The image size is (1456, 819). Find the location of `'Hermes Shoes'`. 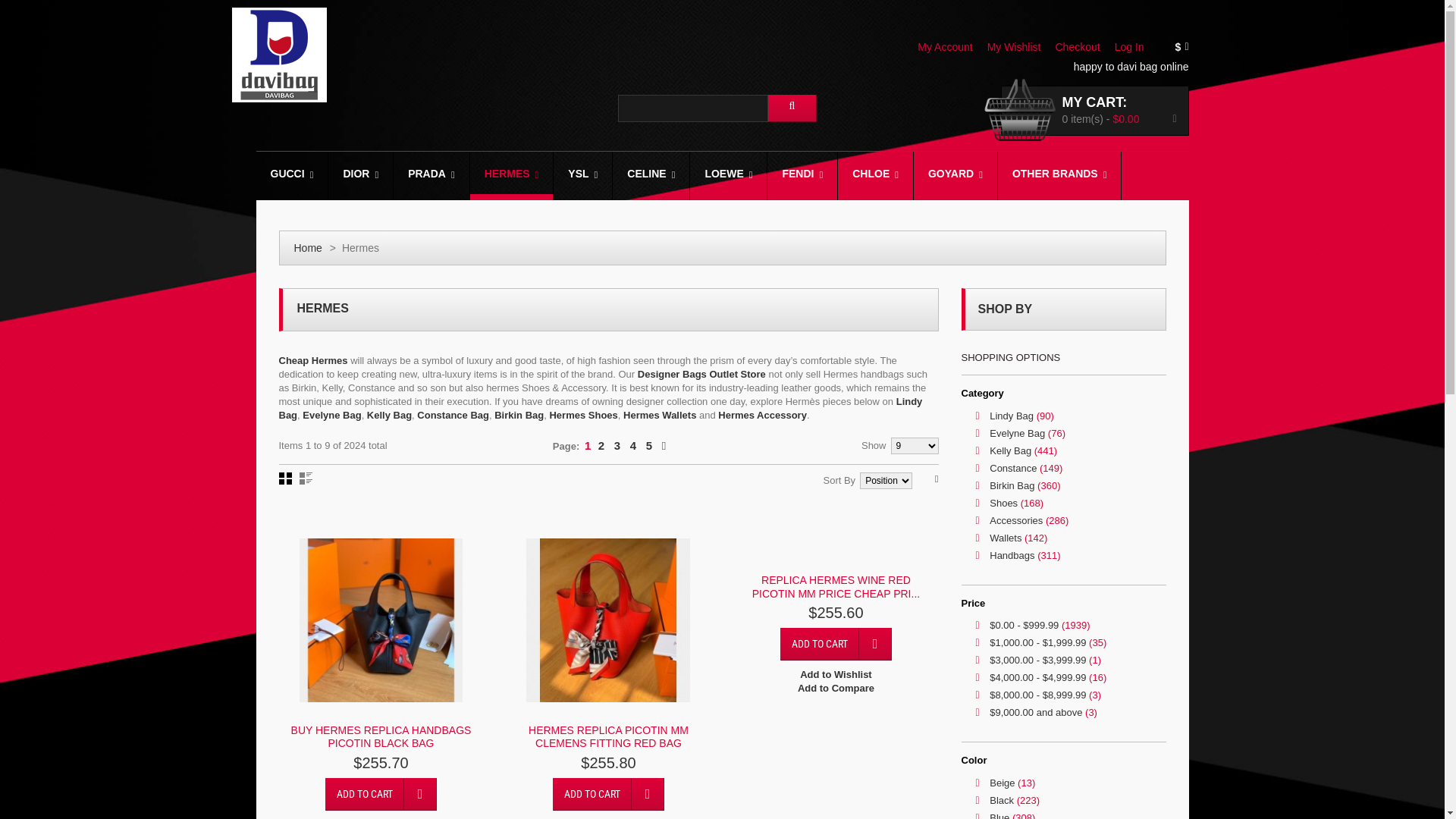

'Hermes Shoes' is located at coordinates (582, 415).